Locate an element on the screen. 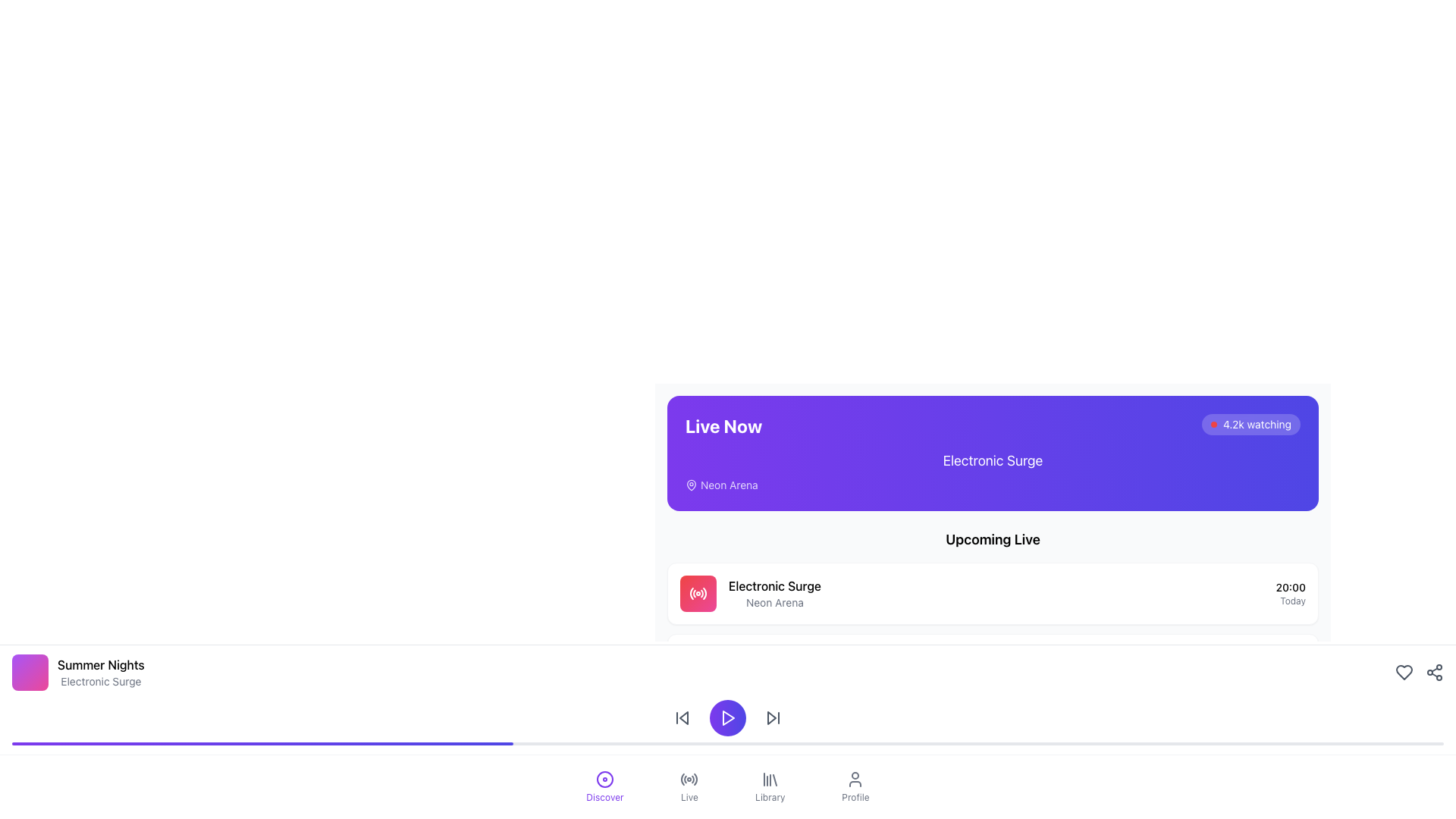 This screenshot has height=819, width=1456. the vertically-oriented library icon located above the 'Library' label in the bottom navigation bar is located at coordinates (770, 780).